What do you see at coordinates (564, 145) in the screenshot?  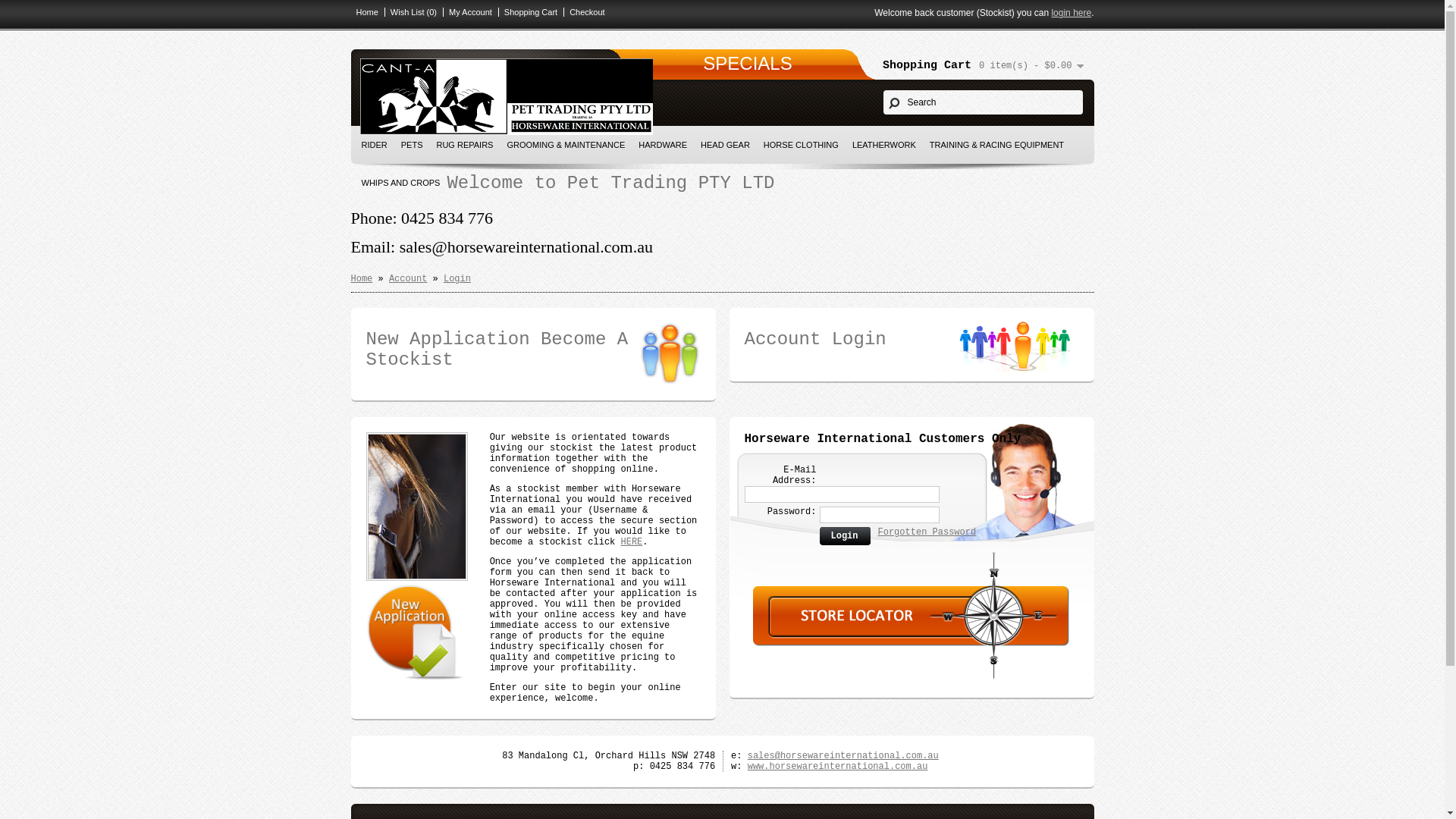 I see `'GROOMING & MAINTENANCE'` at bounding box center [564, 145].